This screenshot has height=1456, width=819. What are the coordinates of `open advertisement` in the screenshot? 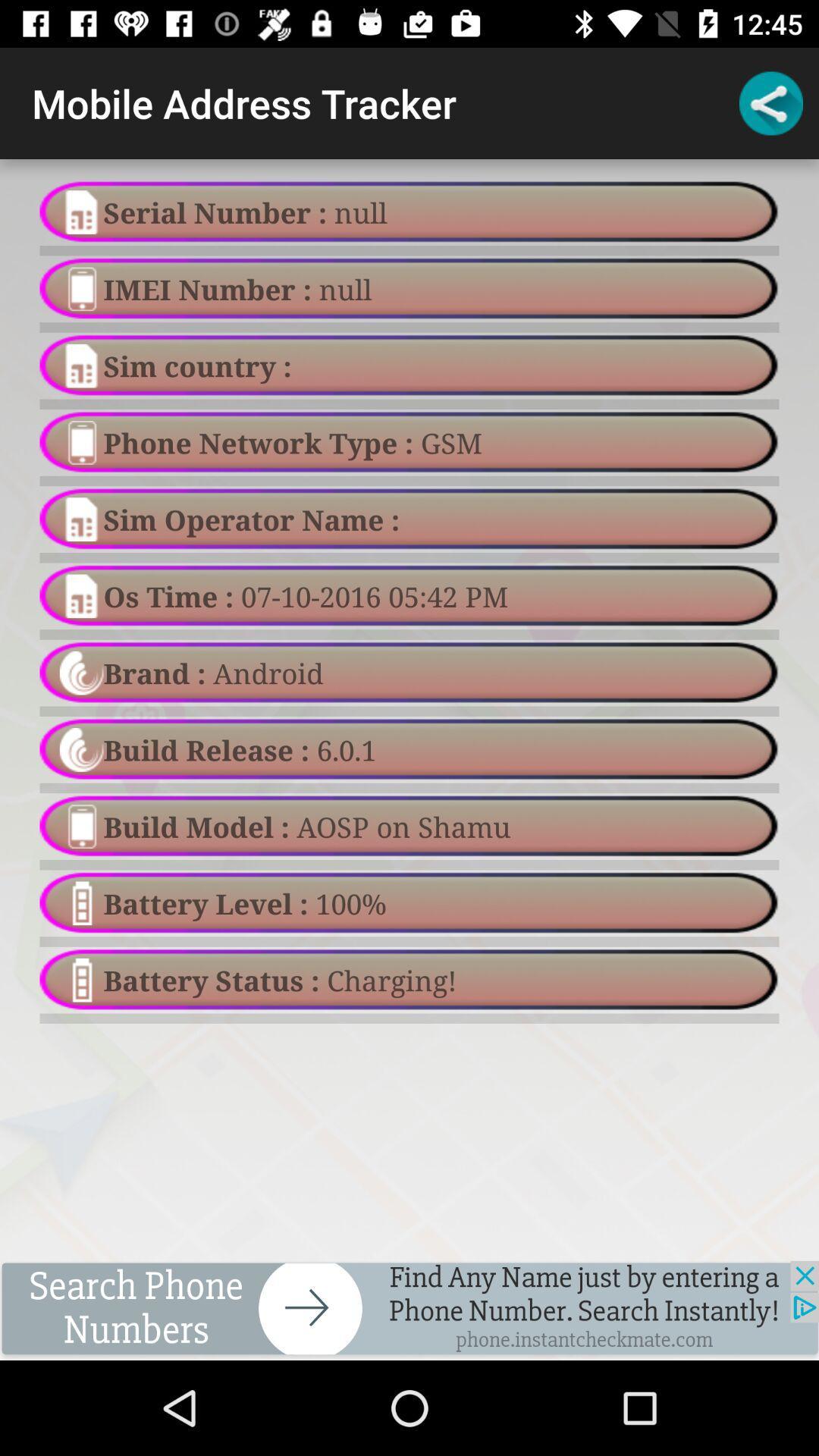 It's located at (409, 1310).